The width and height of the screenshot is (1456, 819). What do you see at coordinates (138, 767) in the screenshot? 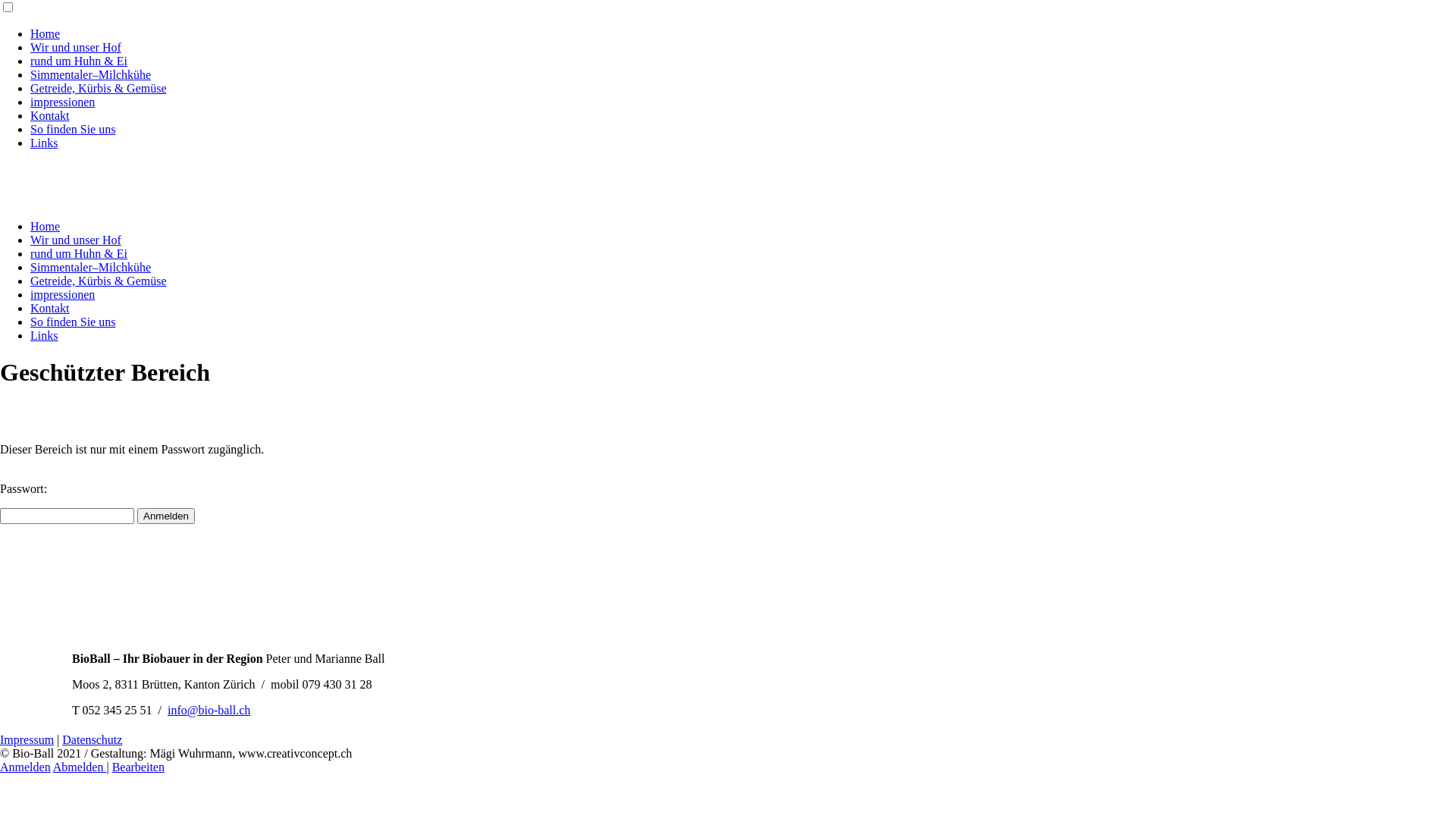
I see `'Bearbeiten'` at bounding box center [138, 767].